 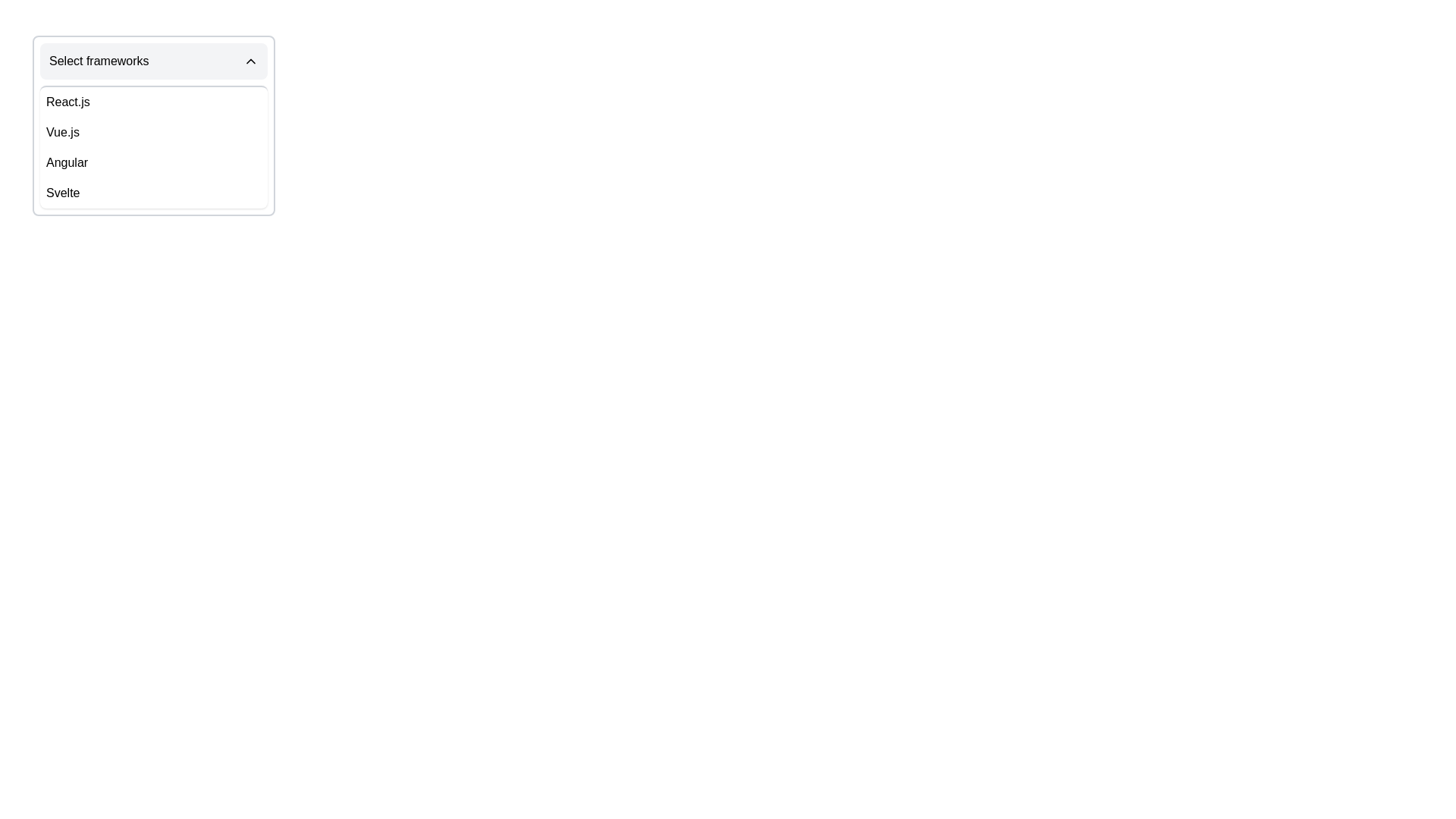 I want to click on the static text label displaying 'Svelte' in black text on a white background, so click(x=62, y=192).